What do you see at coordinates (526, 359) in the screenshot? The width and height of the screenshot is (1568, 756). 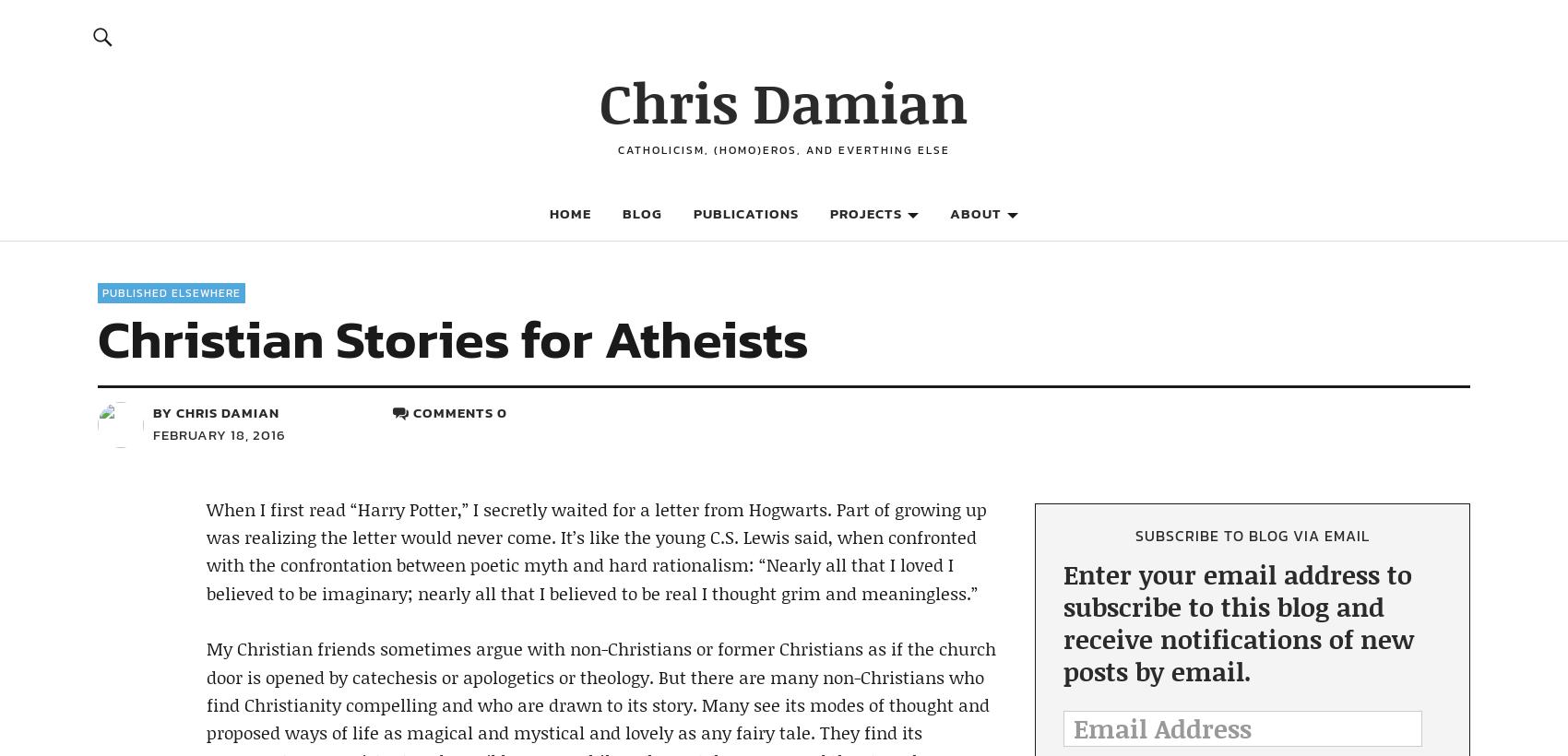 I see `'Tumblr'` at bounding box center [526, 359].